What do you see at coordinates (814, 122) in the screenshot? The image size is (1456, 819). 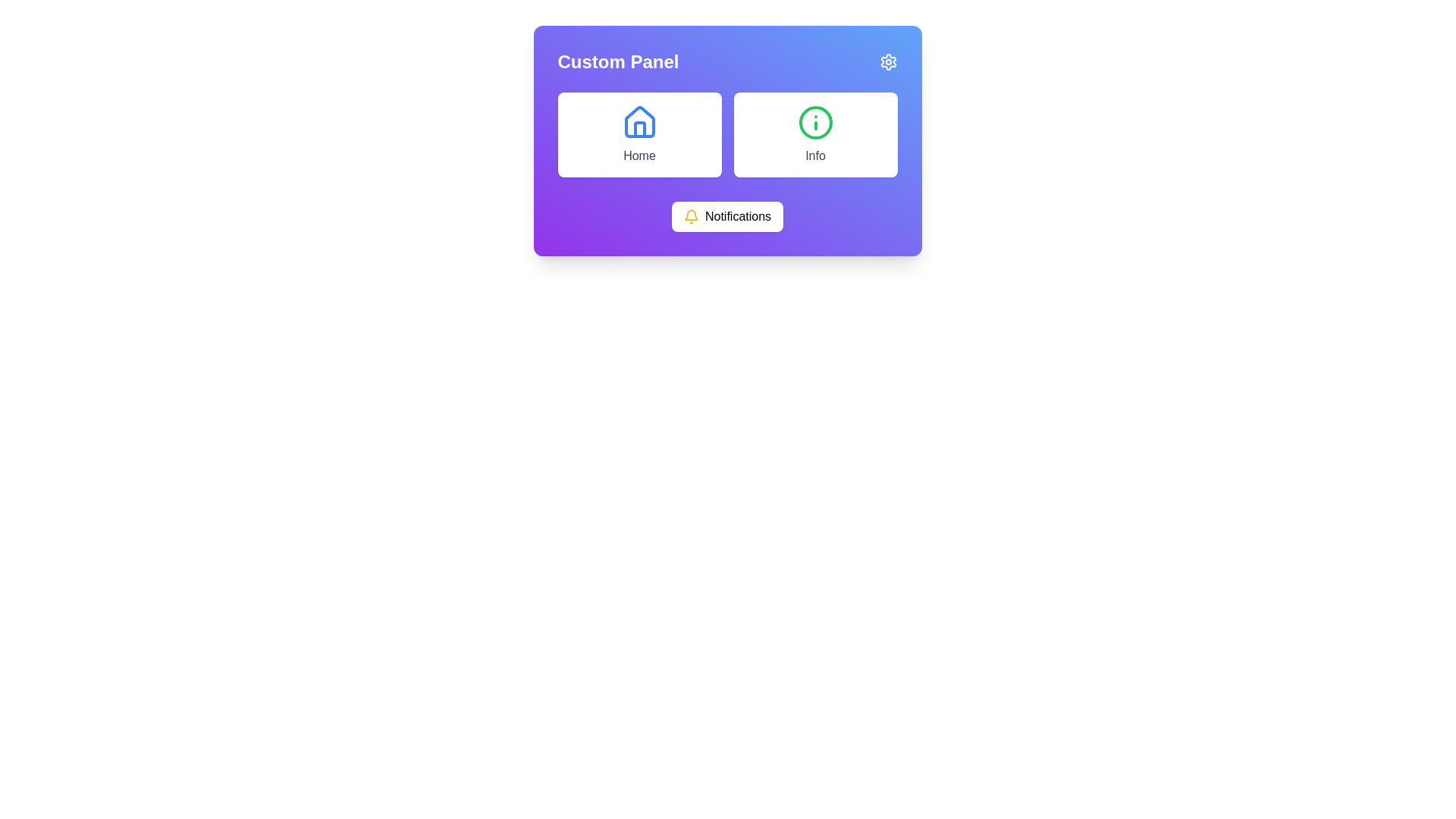 I see `the information icon located in the upper-right section of the interface, which provides context about the 'Info' button` at bounding box center [814, 122].